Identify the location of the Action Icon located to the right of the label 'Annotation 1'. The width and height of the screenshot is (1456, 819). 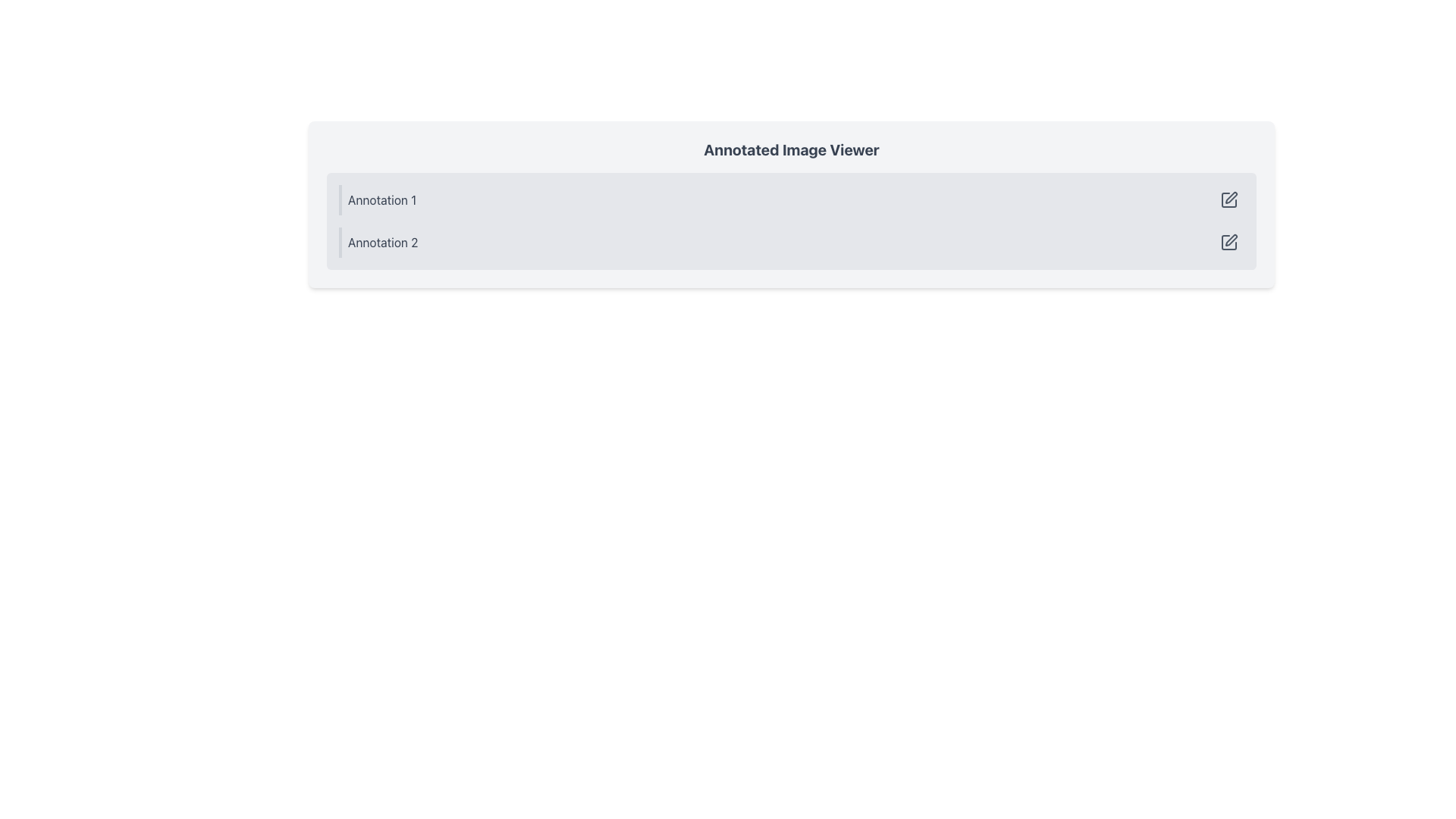
(1229, 199).